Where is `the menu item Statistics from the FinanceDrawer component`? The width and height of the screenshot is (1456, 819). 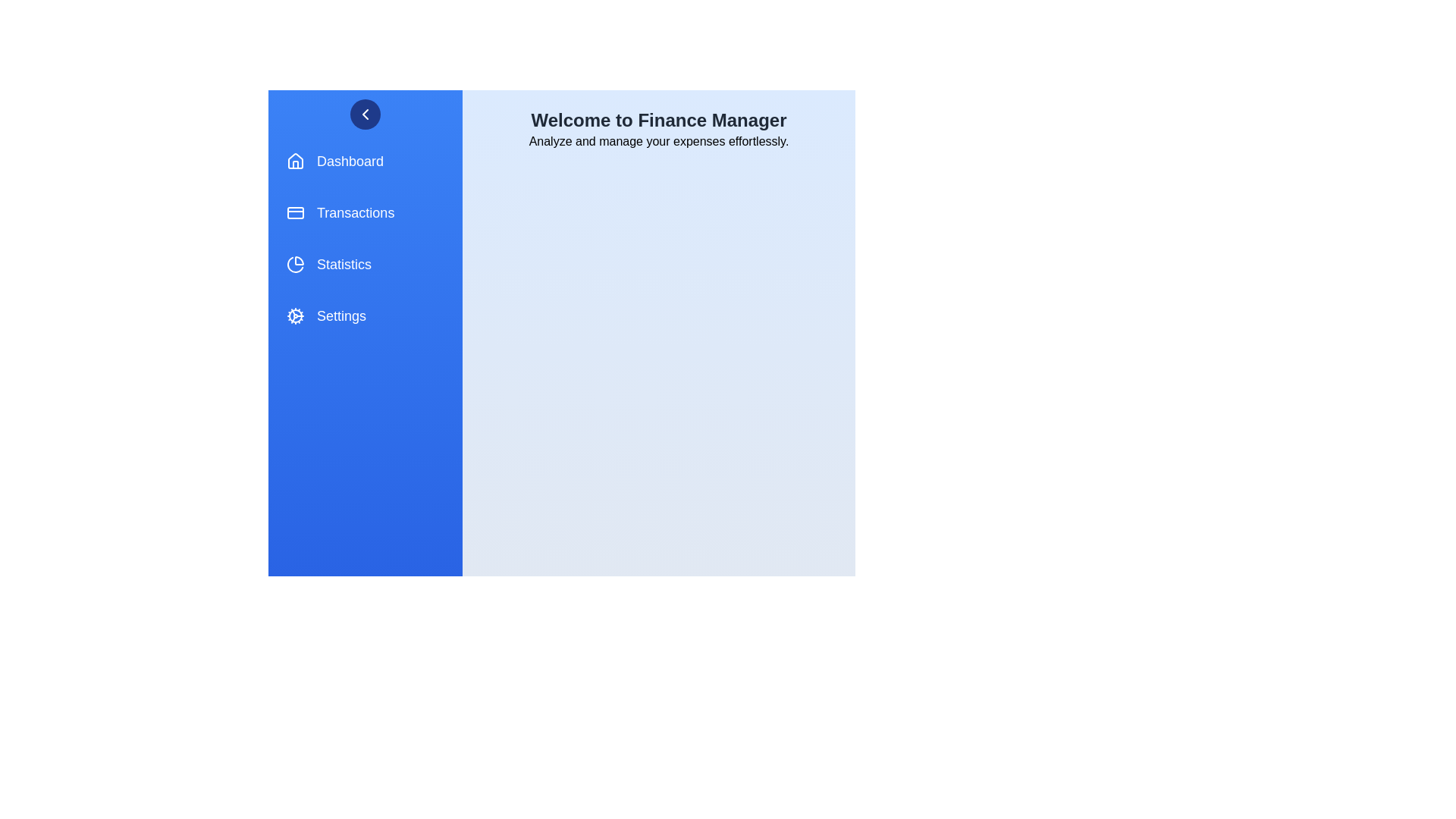
the menu item Statistics from the FinanceDrawer component is located at coordinates (365, 263).